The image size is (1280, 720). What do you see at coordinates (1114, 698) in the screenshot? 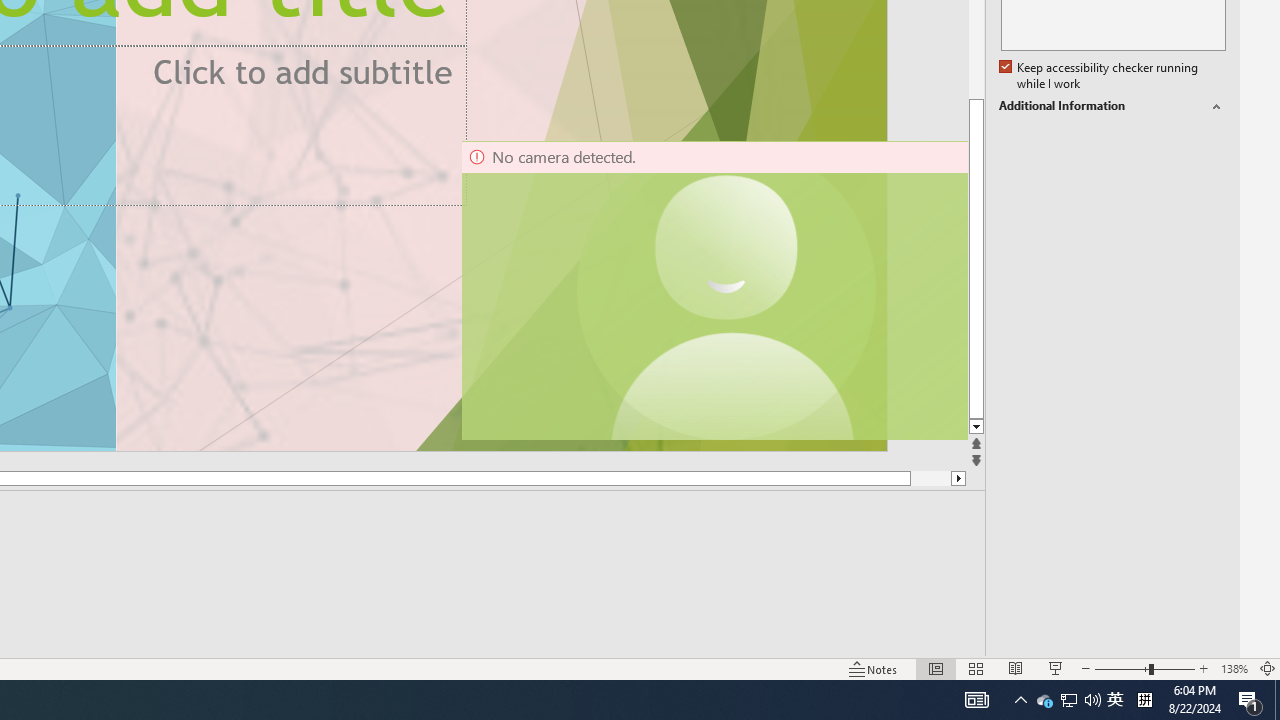
I see `'IME Mode Icon - IME is disabled'` at bounding box center [1114, 698].